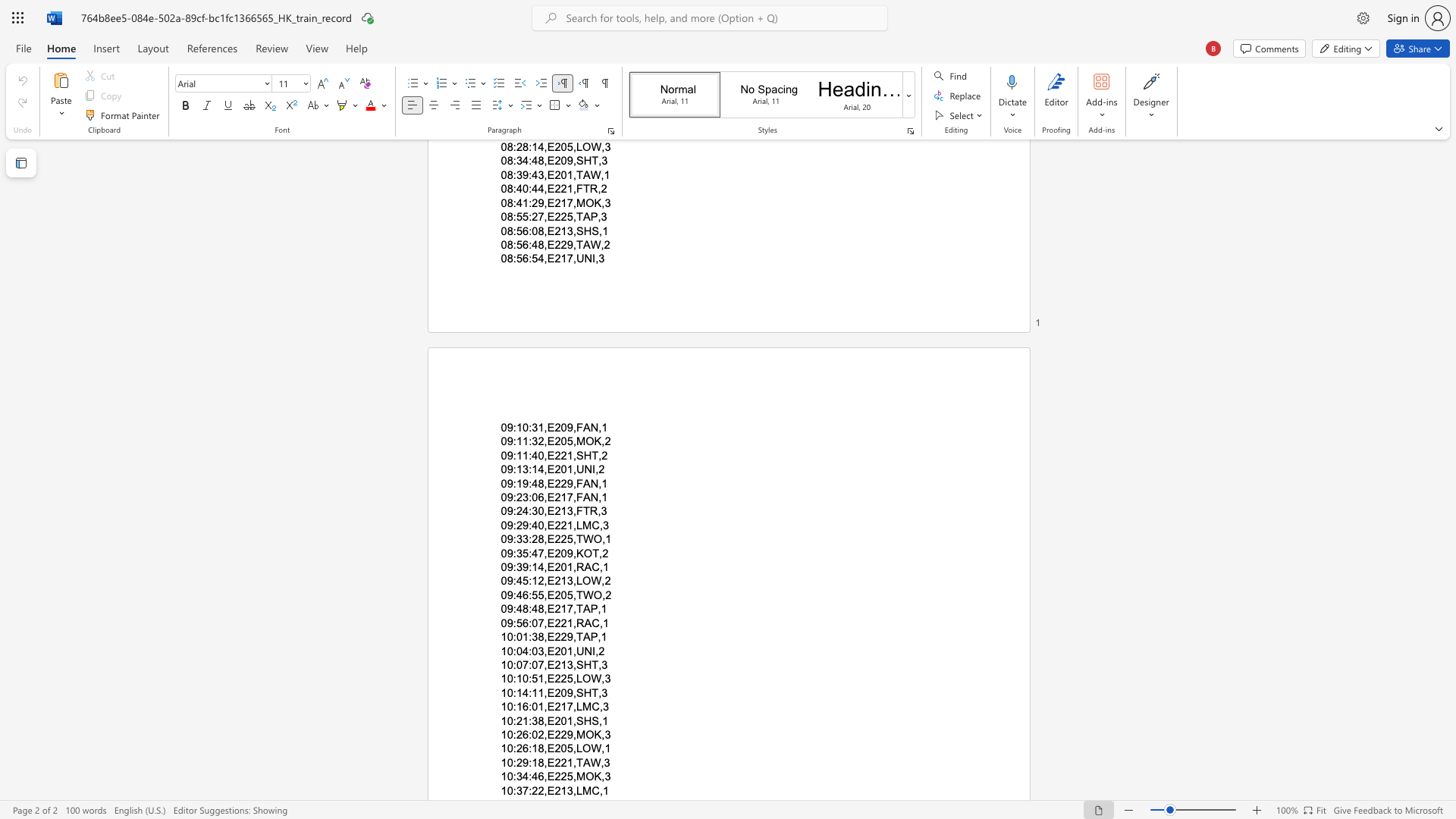 The height and width of the screenshot is (819, 1456). Describe the element at coordinates (507, 777) in the screenshot. I see `the space between the continuous character "1" and "0" in the text` at that location.